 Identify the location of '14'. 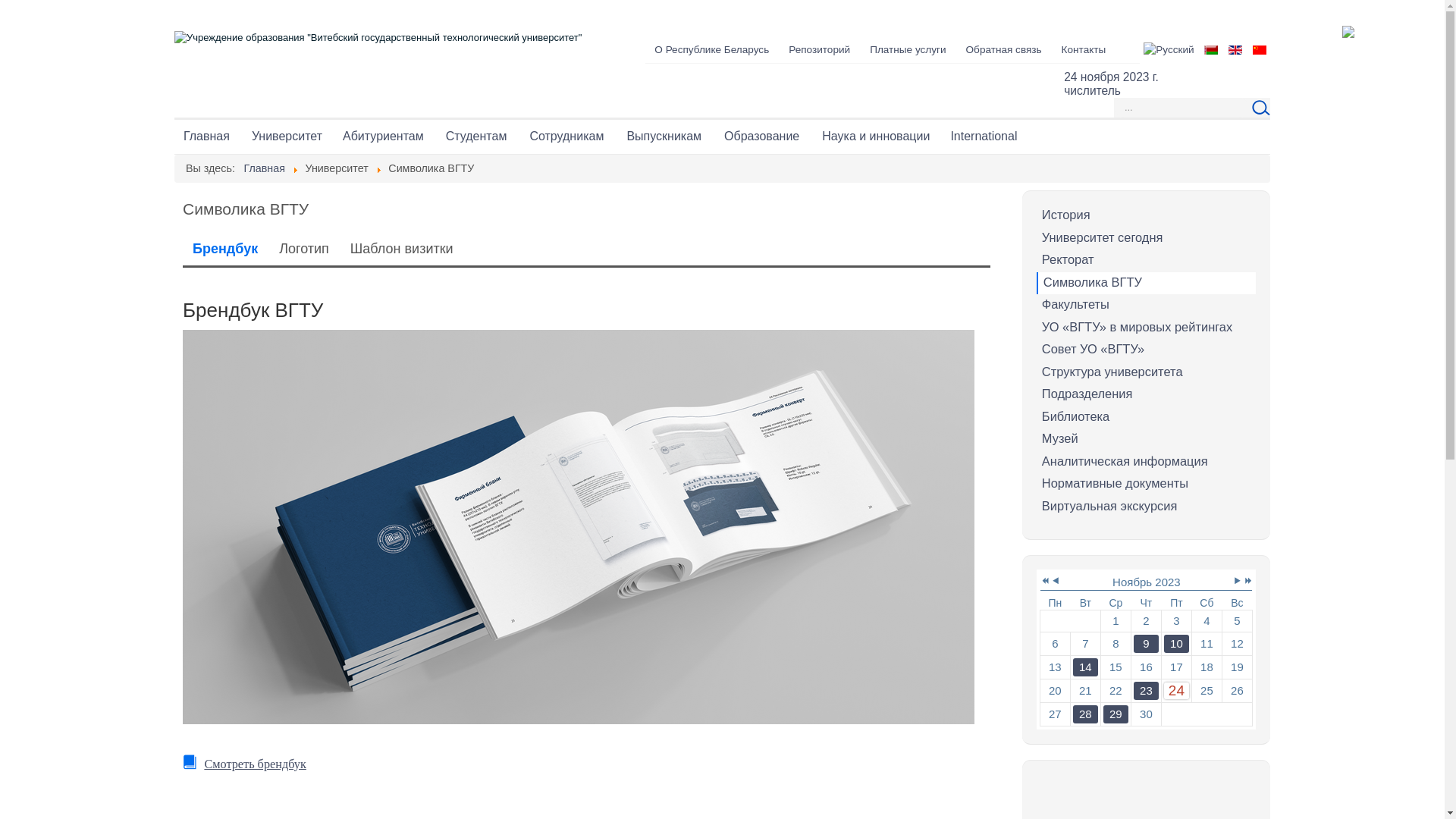
(1084, 666).